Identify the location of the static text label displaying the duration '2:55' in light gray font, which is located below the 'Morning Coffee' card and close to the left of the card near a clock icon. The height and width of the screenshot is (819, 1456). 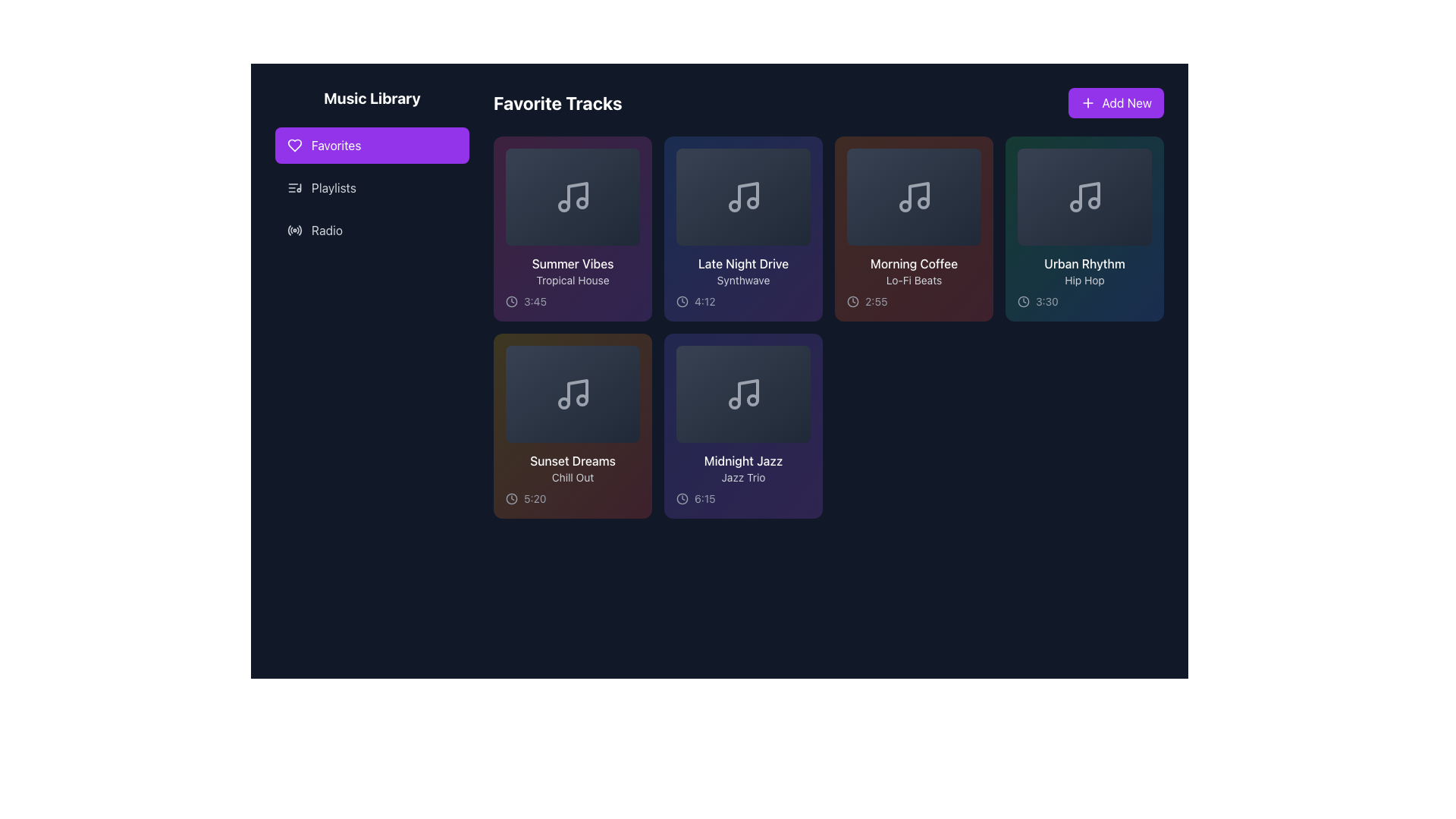
(876, 301).